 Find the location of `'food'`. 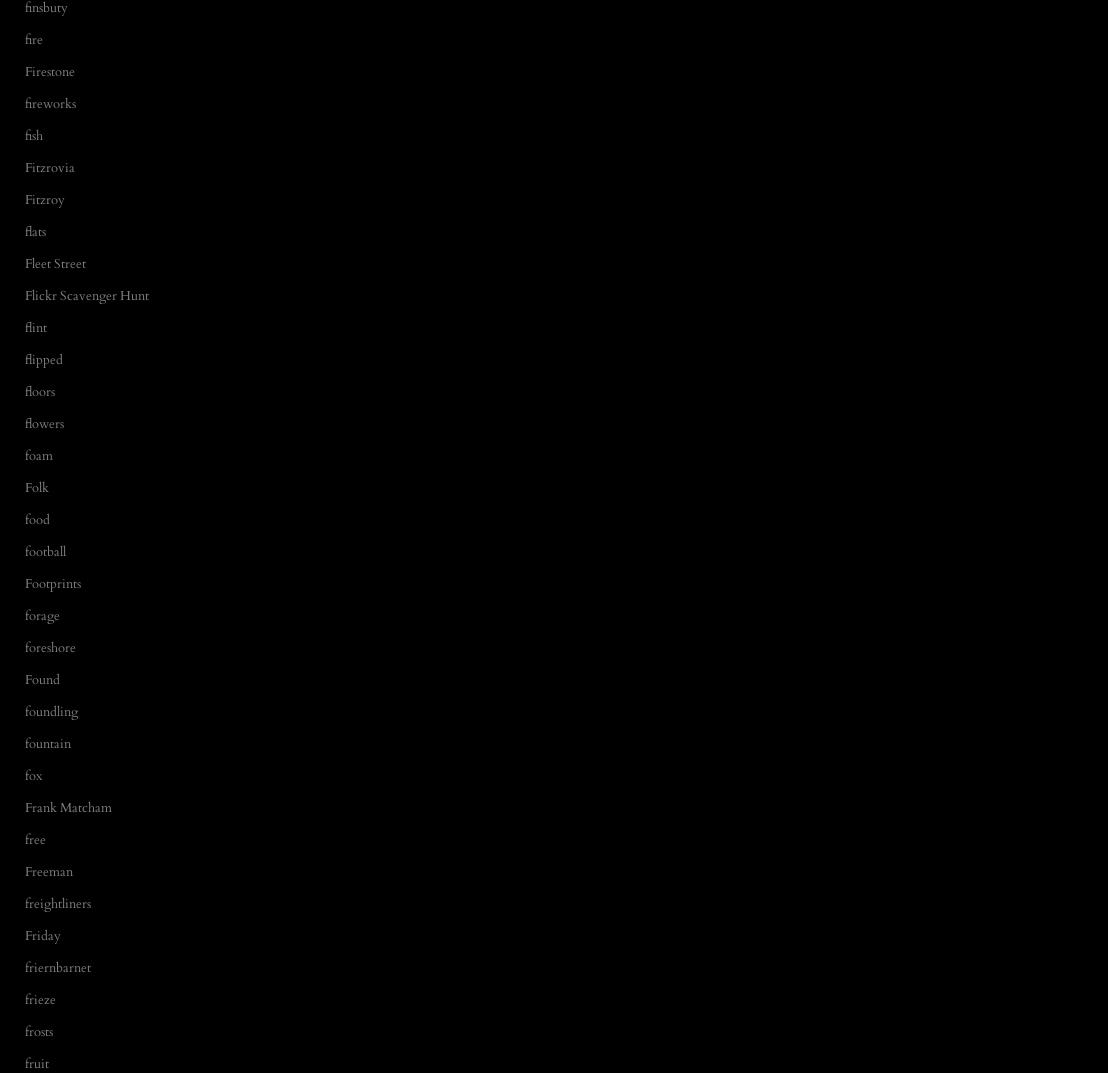

'food' is located at coordinates (25, 518).